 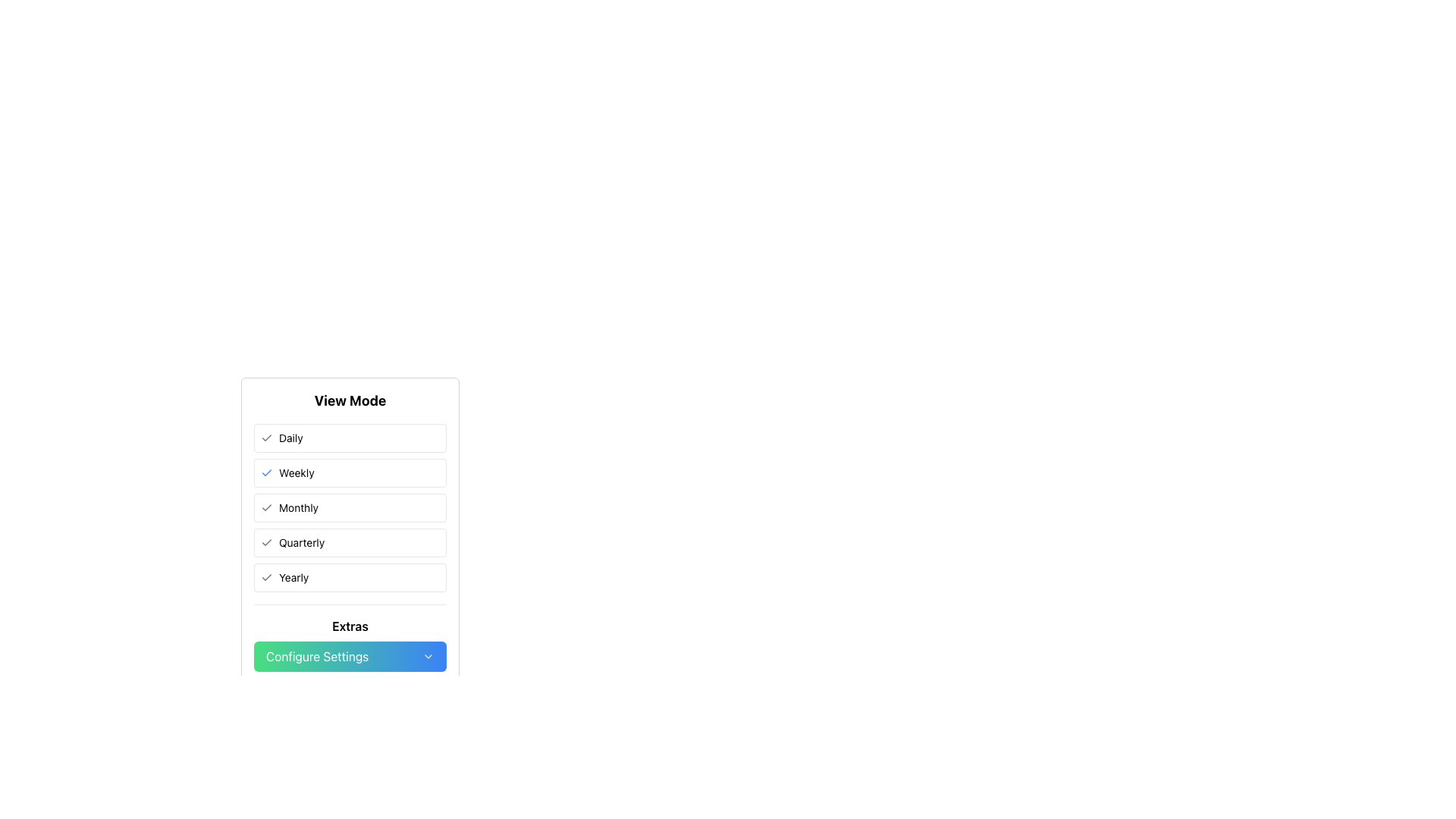 What do you see at coordinates (266, 542) in the screenshot?
I see `the Checkbox Icon (SVG Checkmark) located in the top-left segment of the 'Quarterly' option in the 'View Mode' section to indicate selection` at bounding box center [266, 542].